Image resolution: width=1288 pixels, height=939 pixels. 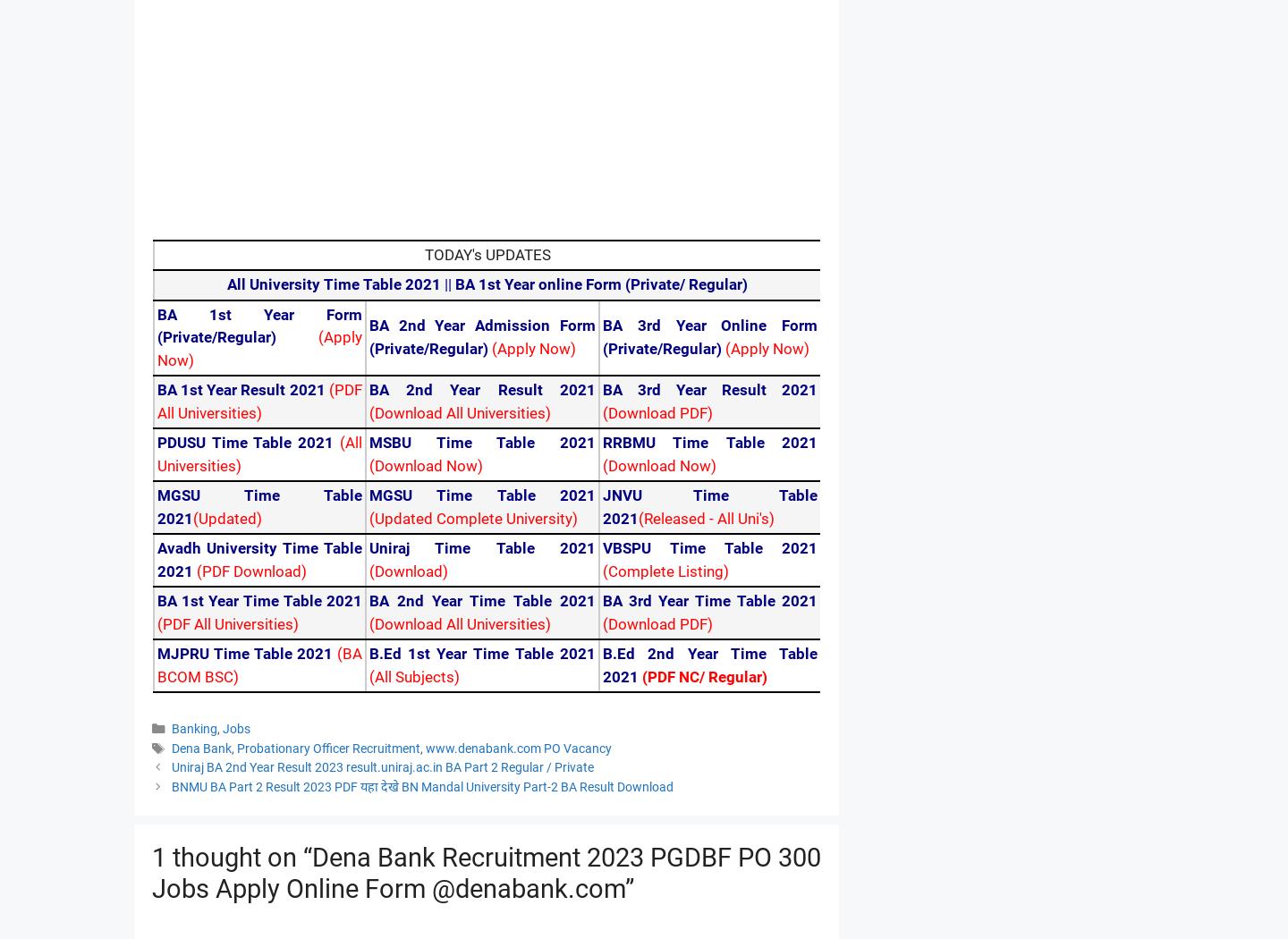 What do you see at coordinates (381, 767) in the screenshot?
I see `'Uniraj BA 2nd Year Result 2023 result.uniraj.ac.in BA Part 2 Regular / Private'` at bounding box center [381, 767].